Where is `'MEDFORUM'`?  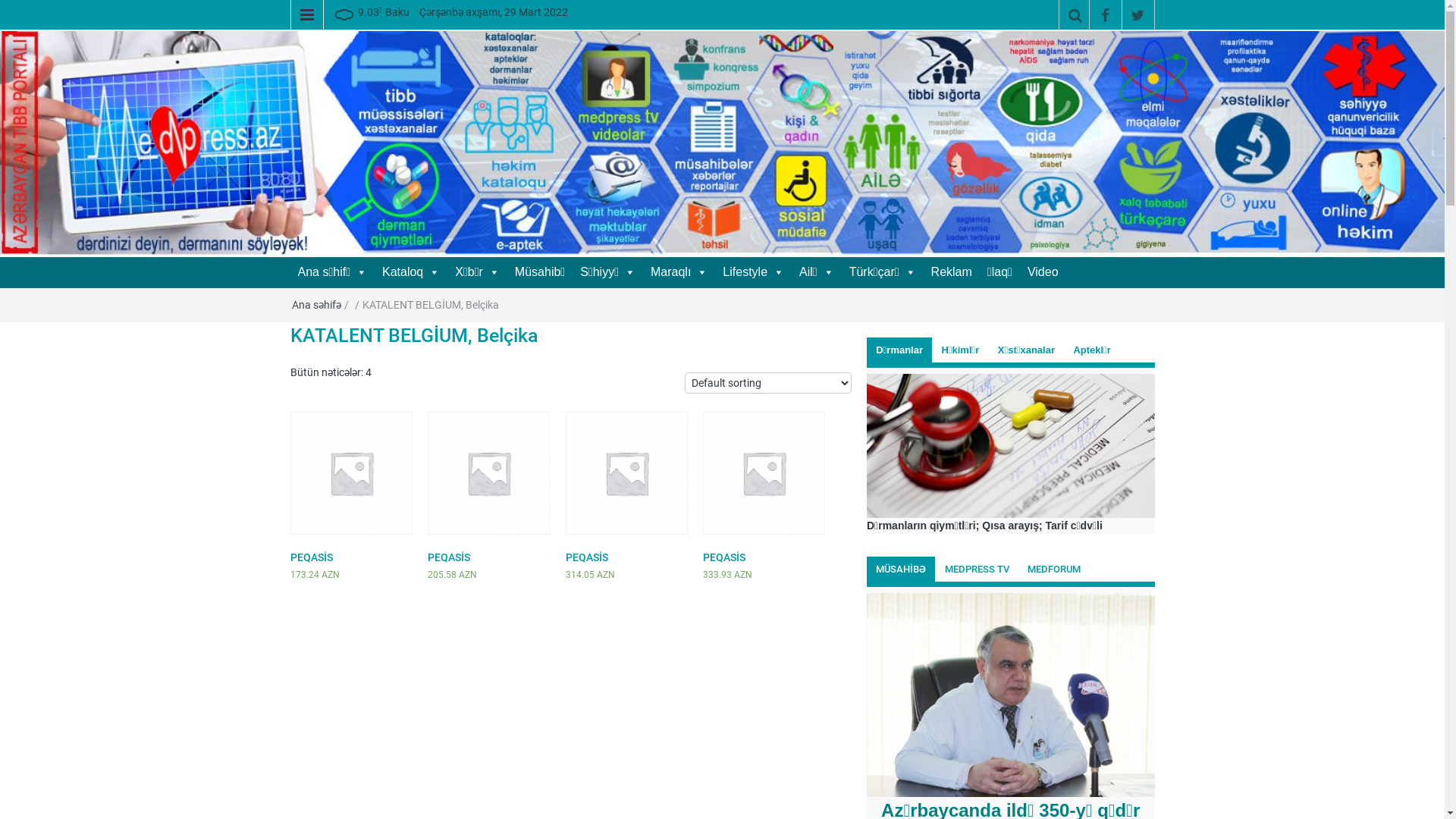
'MEDFORUM' is located at coordinates (1053, 570).